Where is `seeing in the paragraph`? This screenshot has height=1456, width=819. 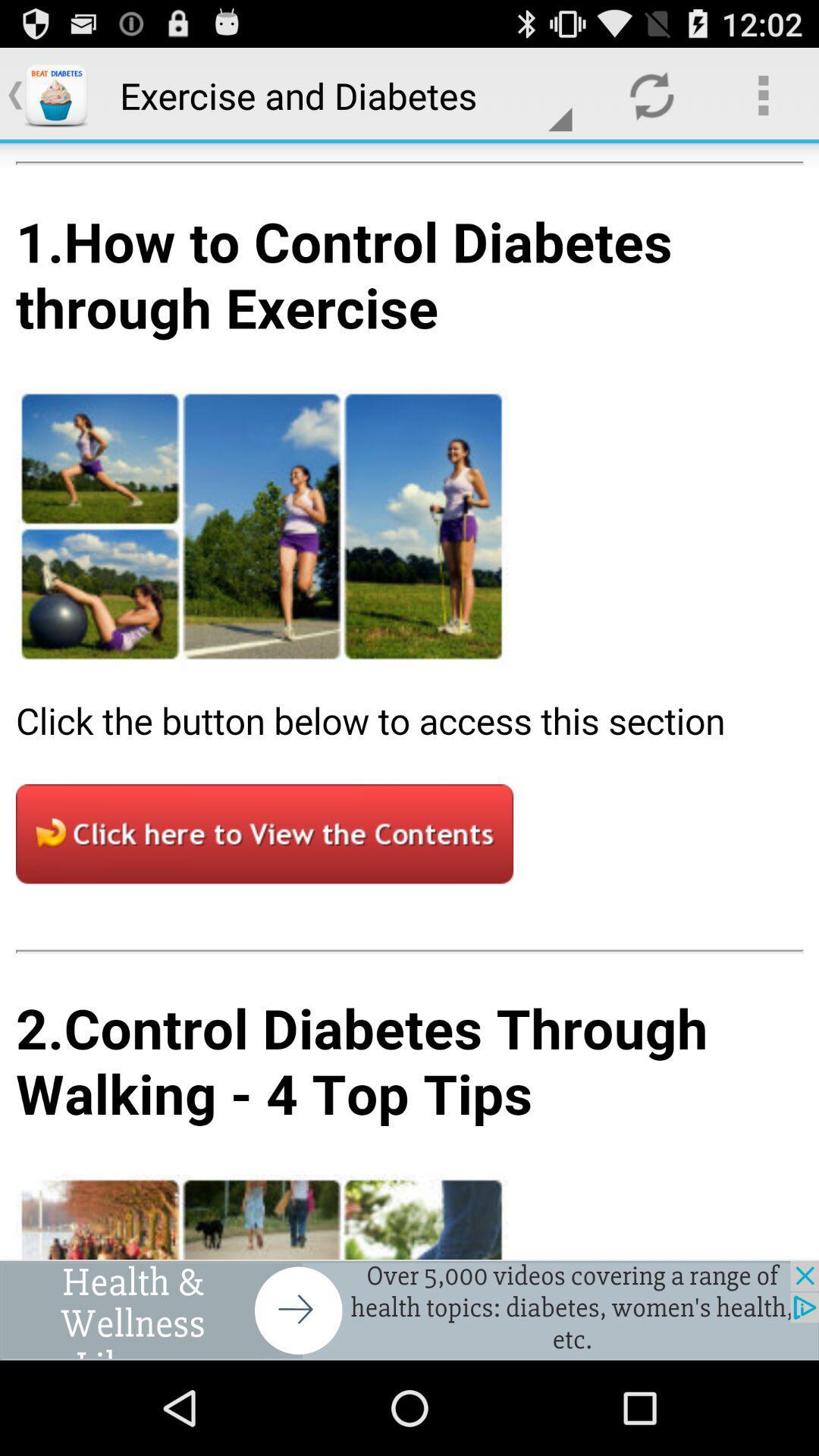
seeing in the paragraph is located at coordinates (409, 701).